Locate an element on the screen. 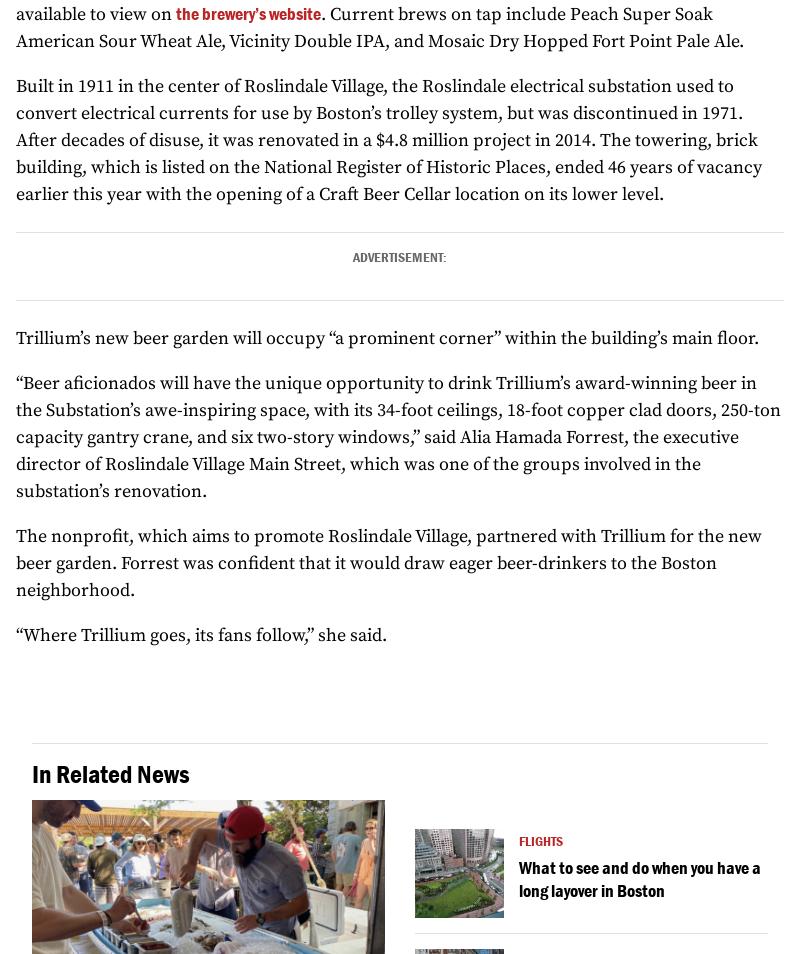 Image resolution: width=800 pixels, height=954 pixels. 'In Related News' is located at coordinates (109, 773).